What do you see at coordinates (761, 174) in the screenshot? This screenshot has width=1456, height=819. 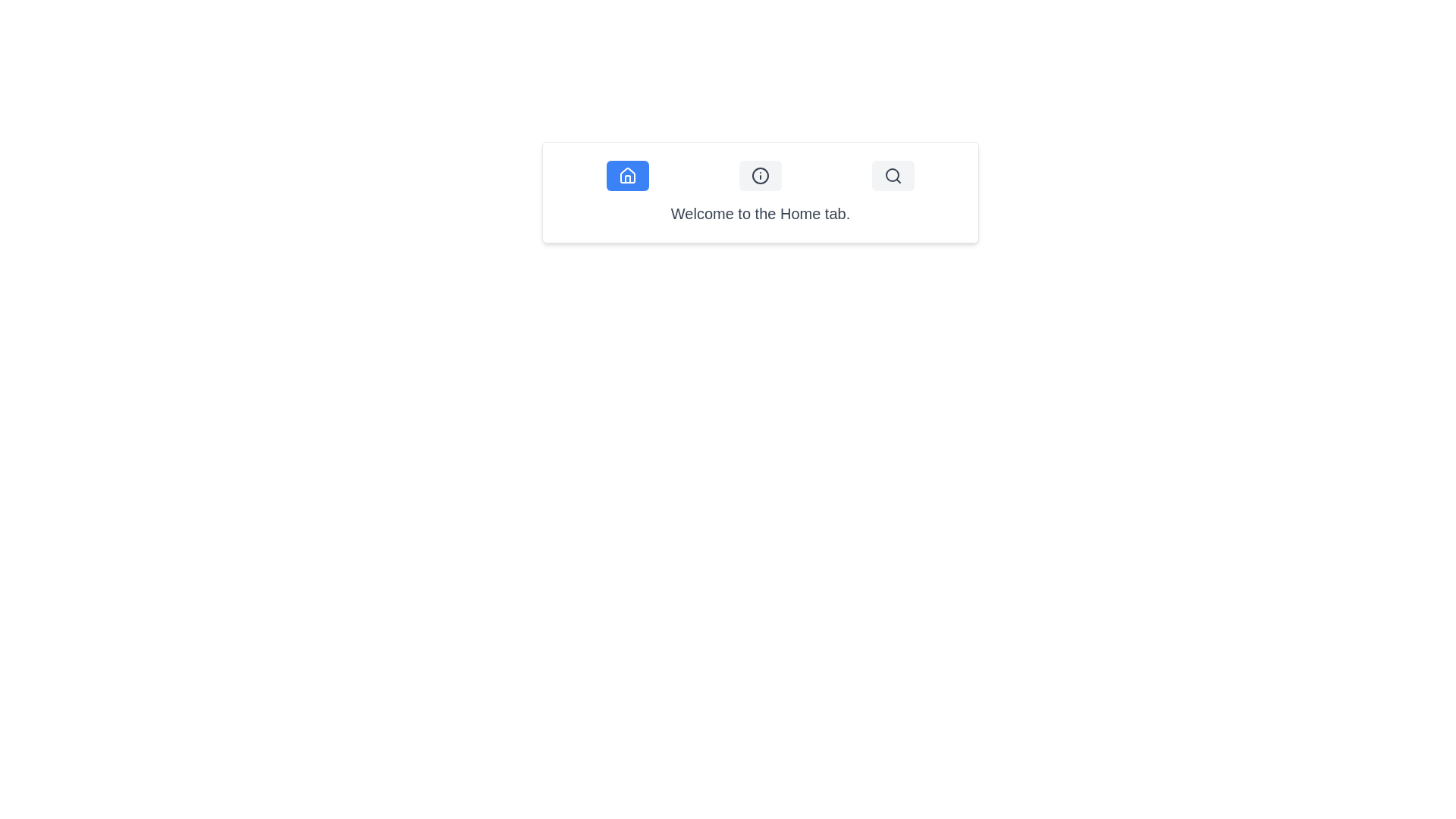 I see `the informational button located centrally among three buttons in a horizontal row, positioned above the text 'Welcome to the Home tab'` at bounding box center [761, 174].